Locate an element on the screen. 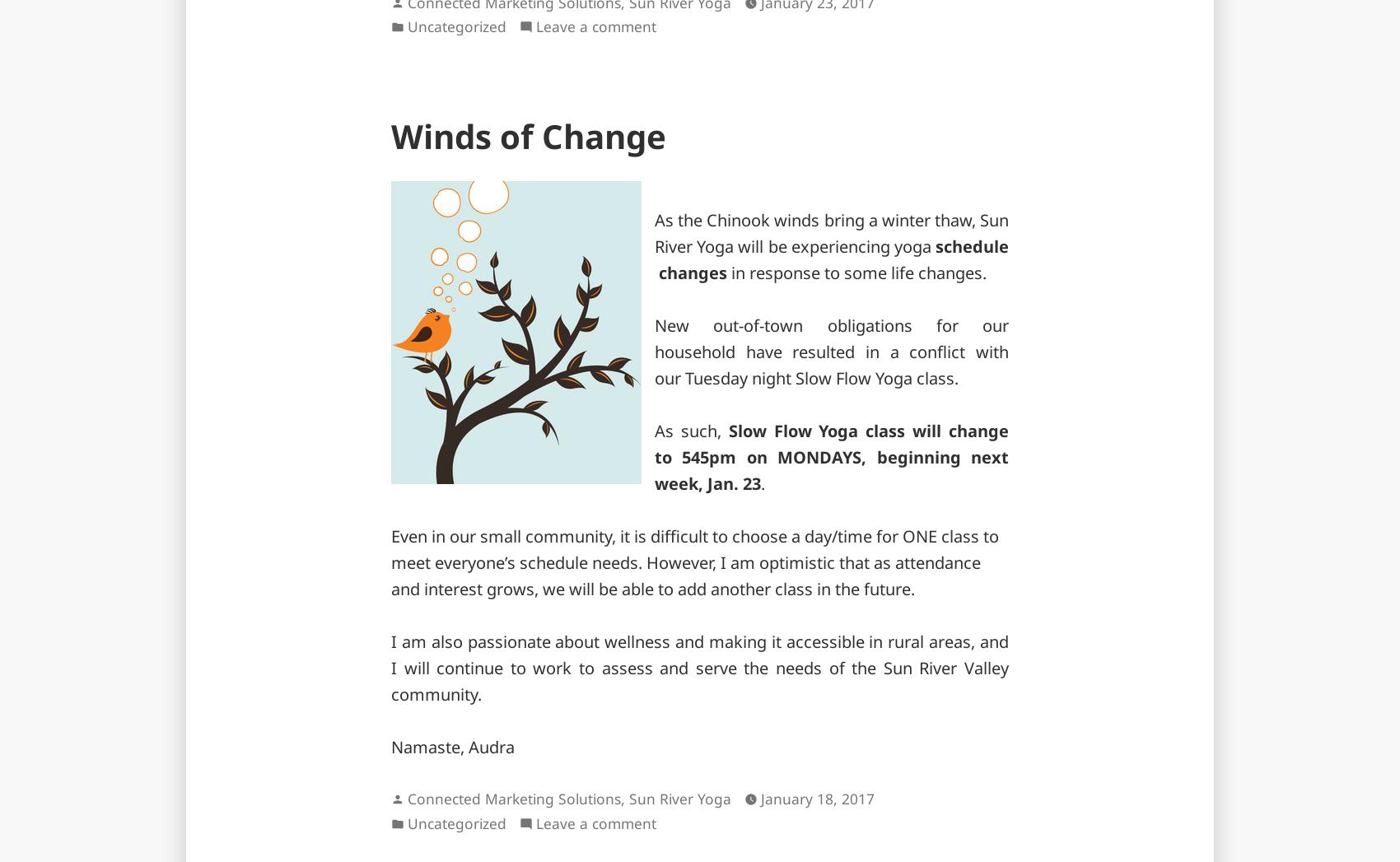 The width and height of the screenshot is (1400, 862). 'schedule  changes' is located at coordinates (830, 258).